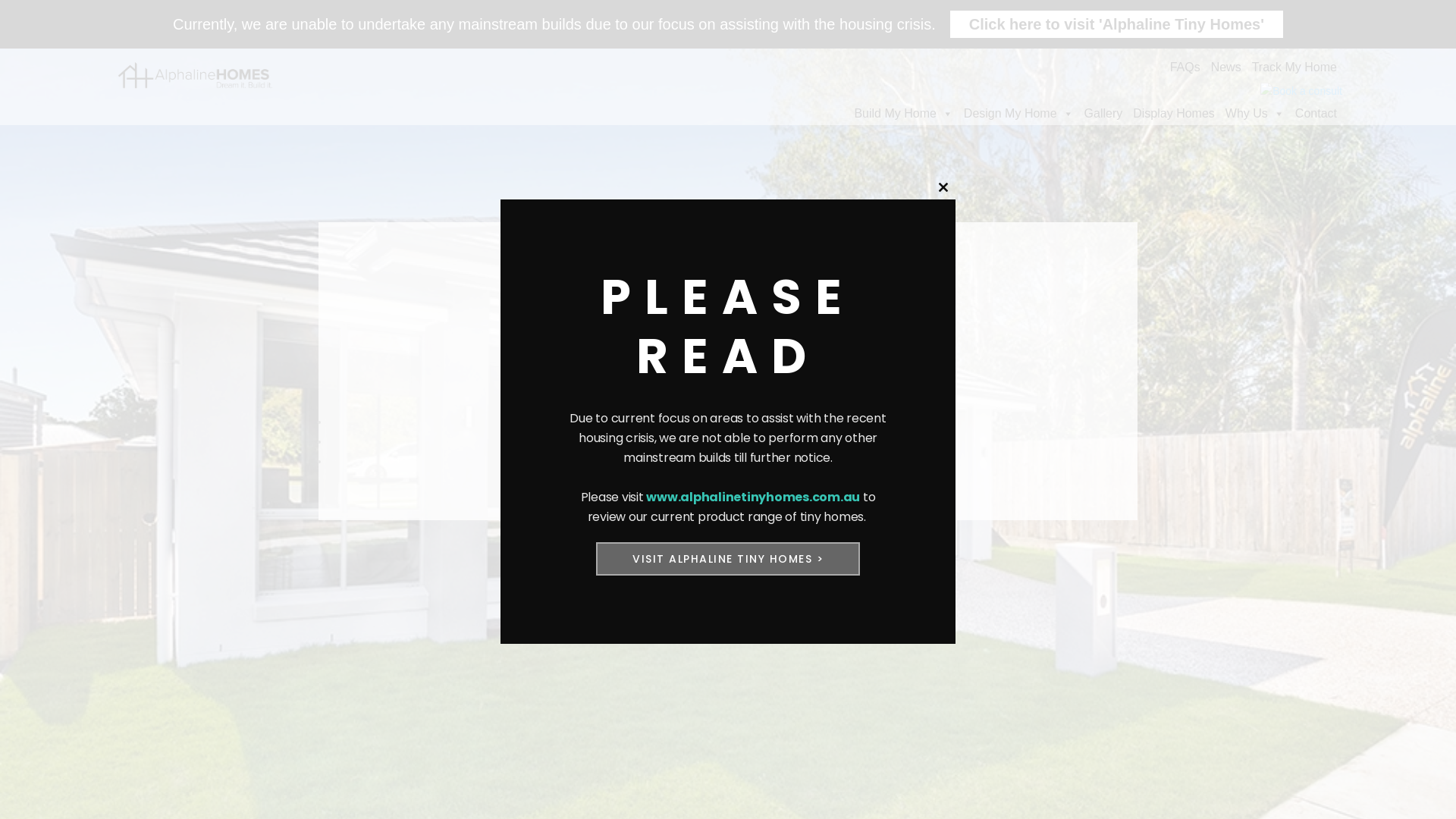 This screenshot has height=819, width=1456. What do you see at coordinates (957, 113) in the screenshot?
I see `'Design My Home'` at bounding box center [957, 113].